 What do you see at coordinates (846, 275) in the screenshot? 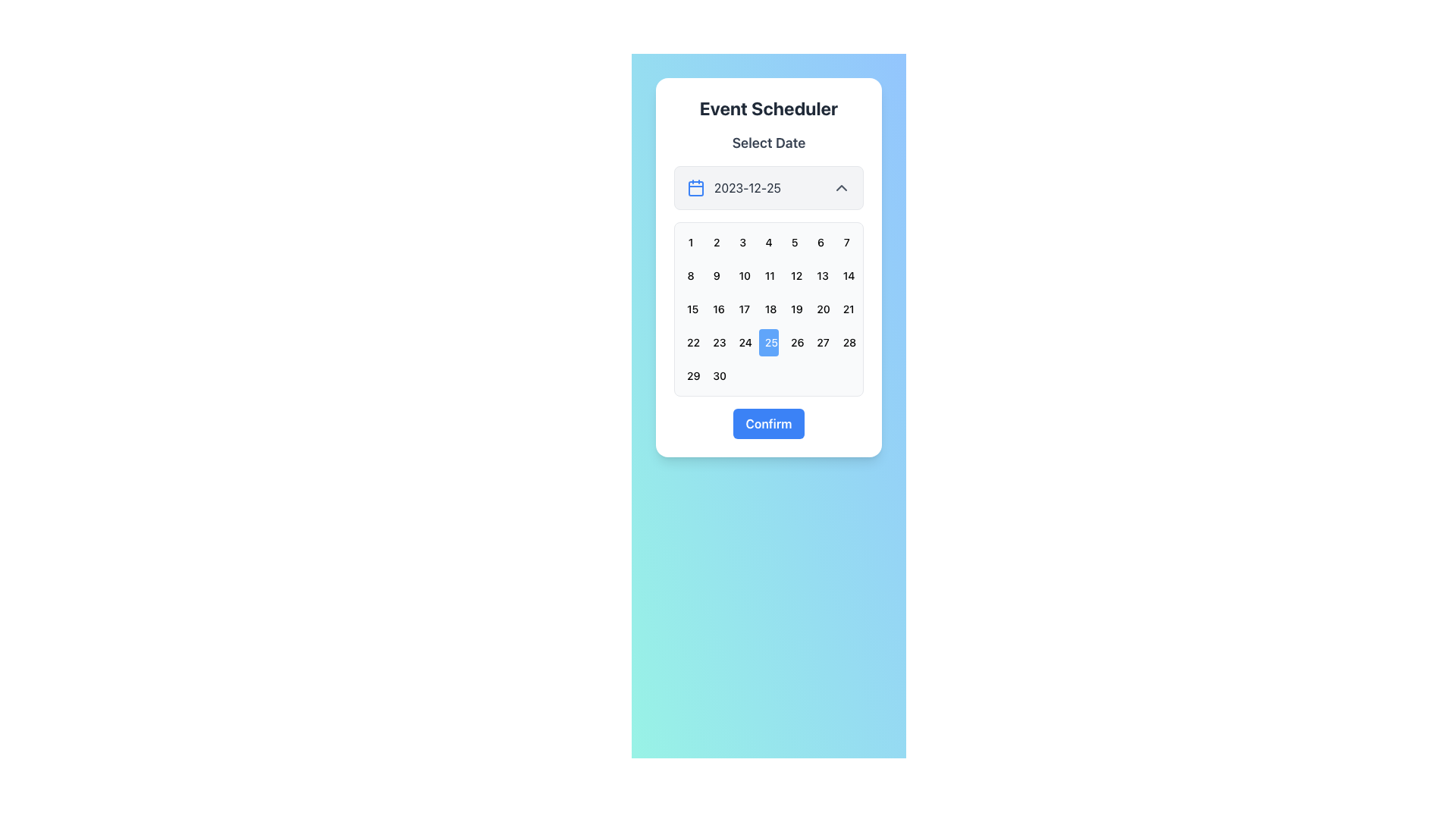
I see `the button representing the date '14' in the calendar interface` at bounding box center [846, 275].